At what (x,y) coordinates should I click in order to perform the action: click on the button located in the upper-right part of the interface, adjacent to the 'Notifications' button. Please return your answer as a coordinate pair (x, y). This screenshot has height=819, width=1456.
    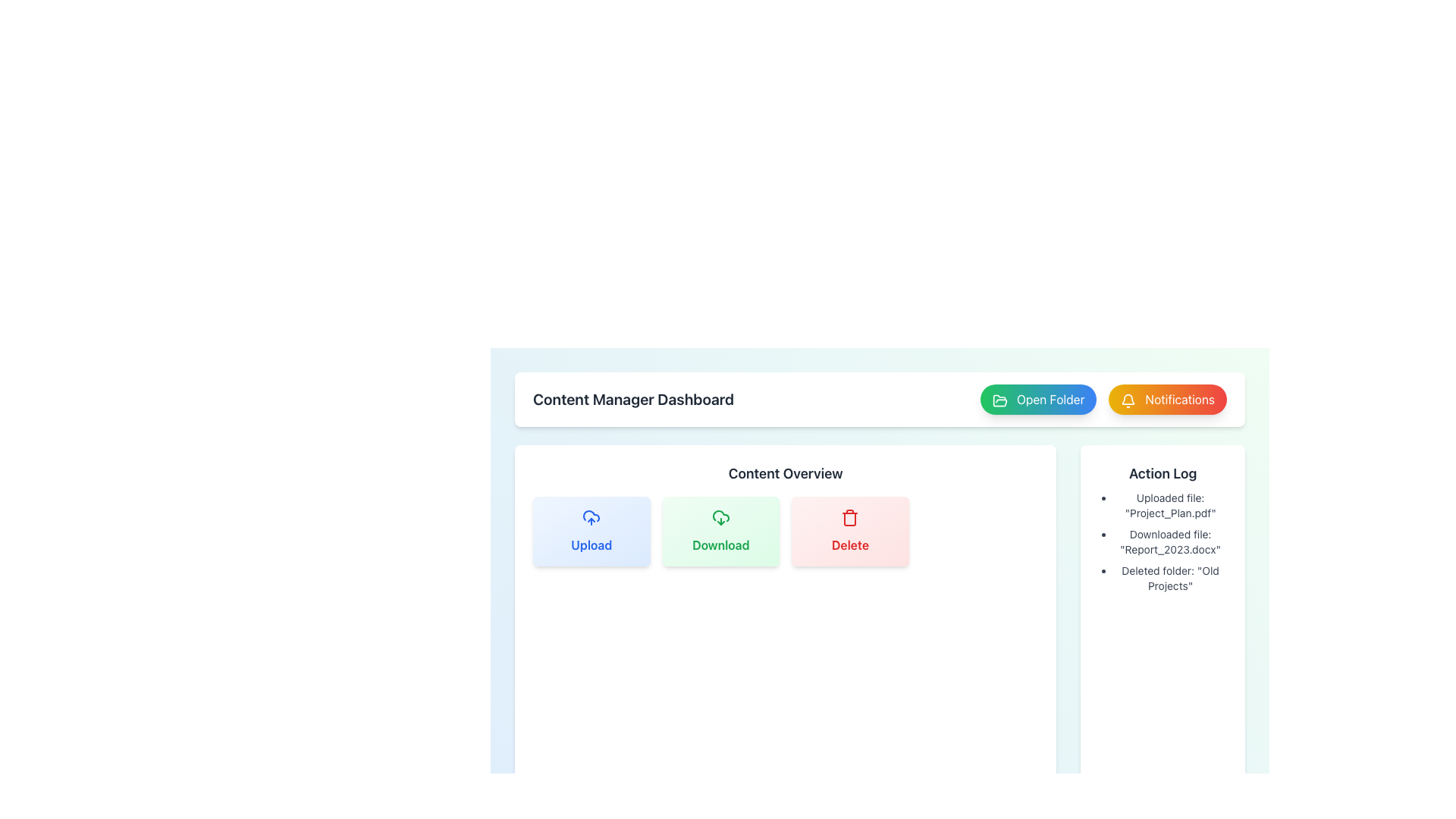
    Looking at the image, I should click on (1037, 399).